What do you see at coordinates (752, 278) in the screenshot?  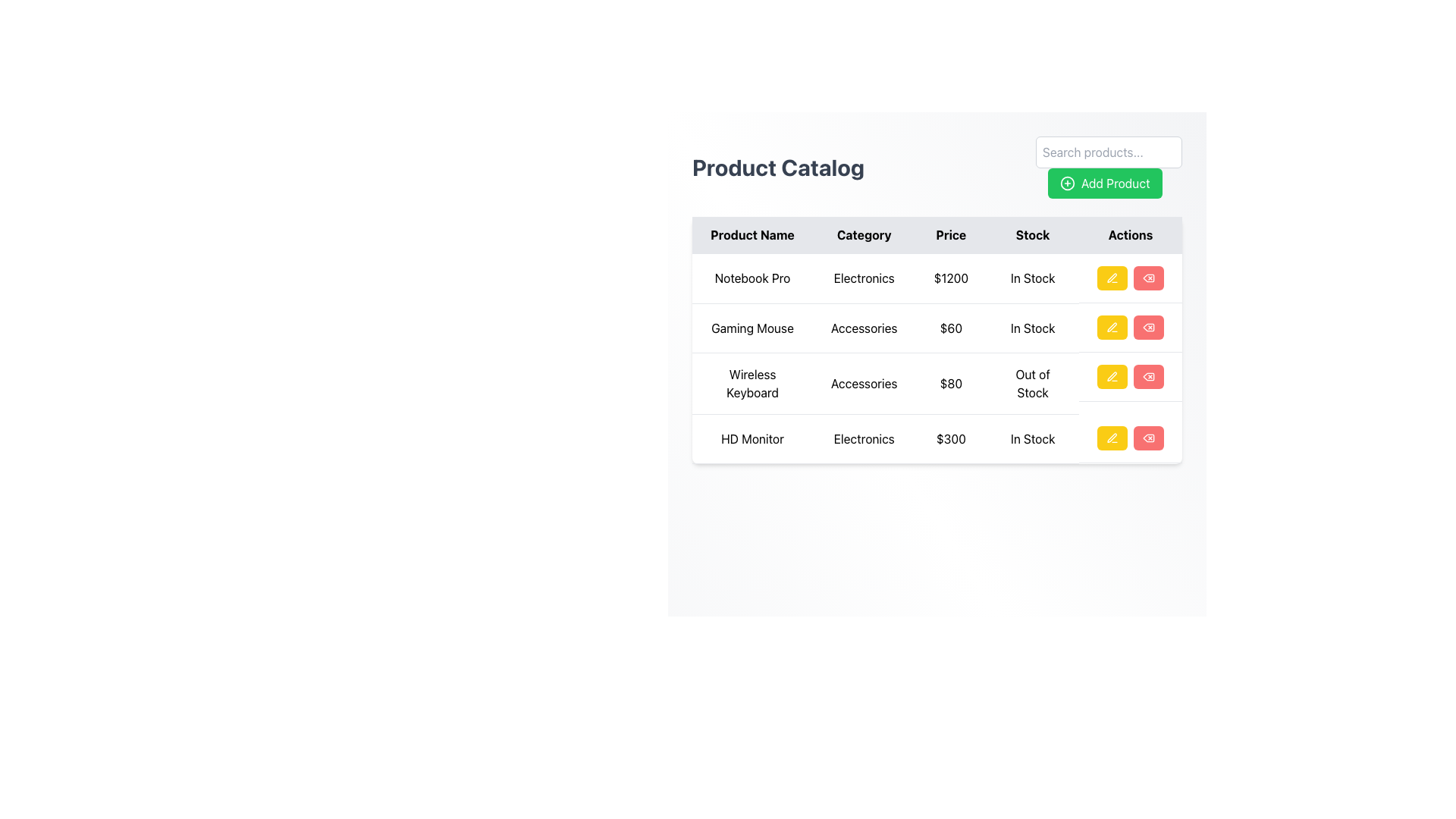 I see `information displayed in the 'Notebook Pro' text label located in the first row of the 'Product Catalog' table under the 'Product Name' column` at bounding box center [752, 278].